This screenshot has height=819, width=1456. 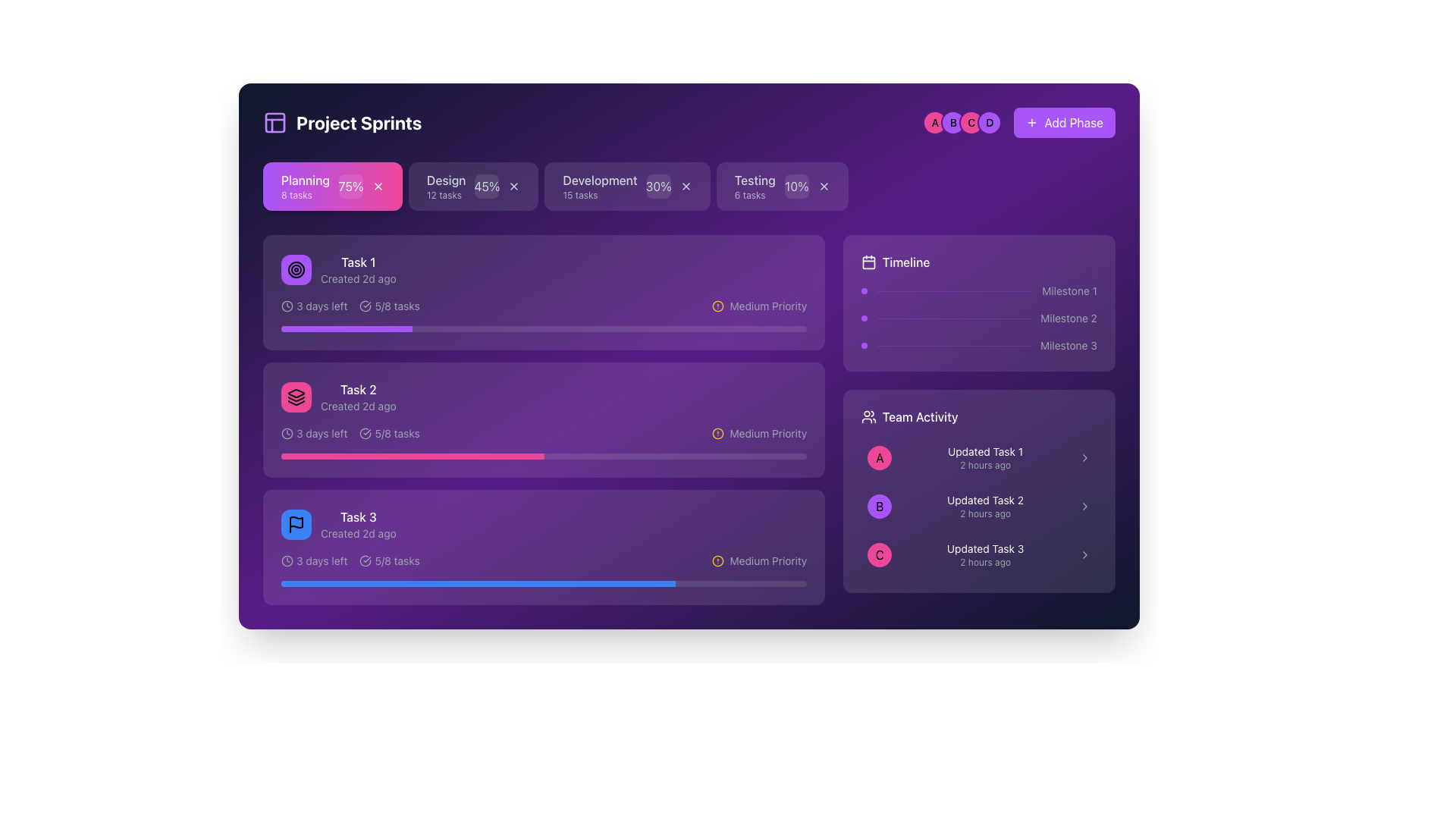 I want to click on the Close button (cross shape) located at the rightmost end of the 'Planning' card, so click(x=378, y=186).